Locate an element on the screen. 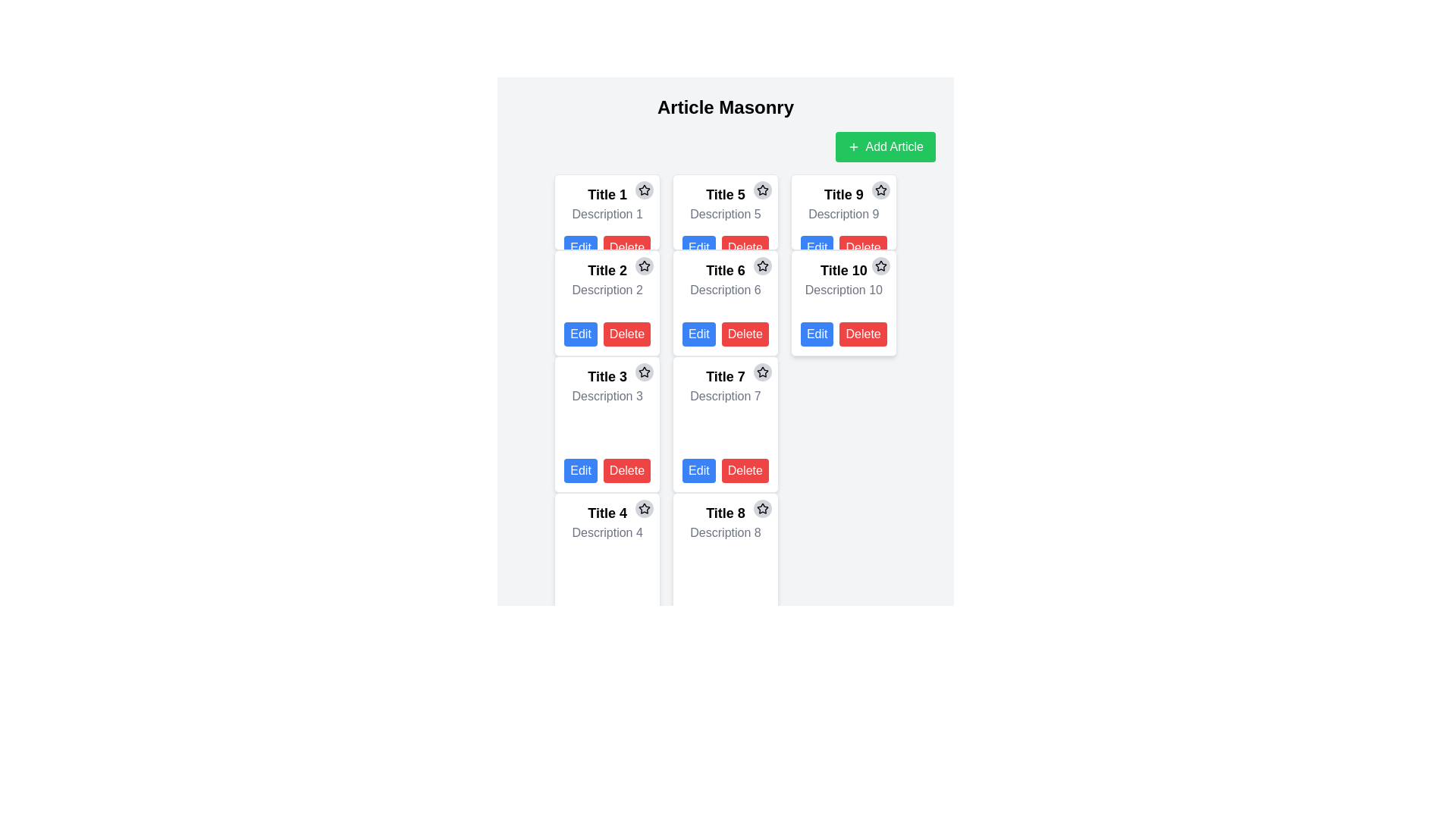 The width and height of the screenshot is (1456, 819). the Delete button, styled in red with white text, located within the interactive button group at the bottom of the card for 'Title 9' is located at coordinates (843, 247).